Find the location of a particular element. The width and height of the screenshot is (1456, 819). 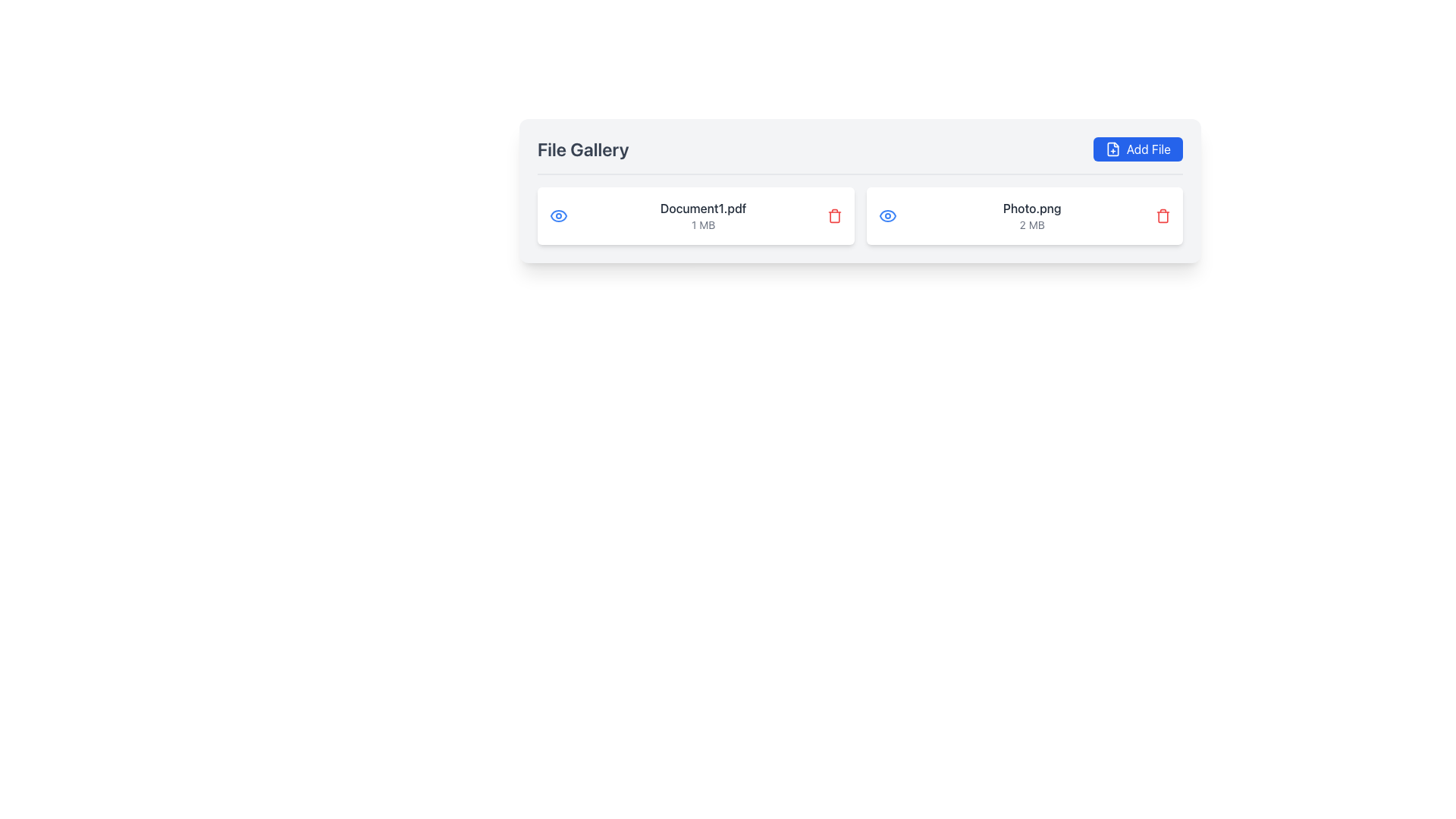

the delete icon associated with the file 'Document1.pdf' located in the bottom right corner of the item card is located at coordinates (833, 217).